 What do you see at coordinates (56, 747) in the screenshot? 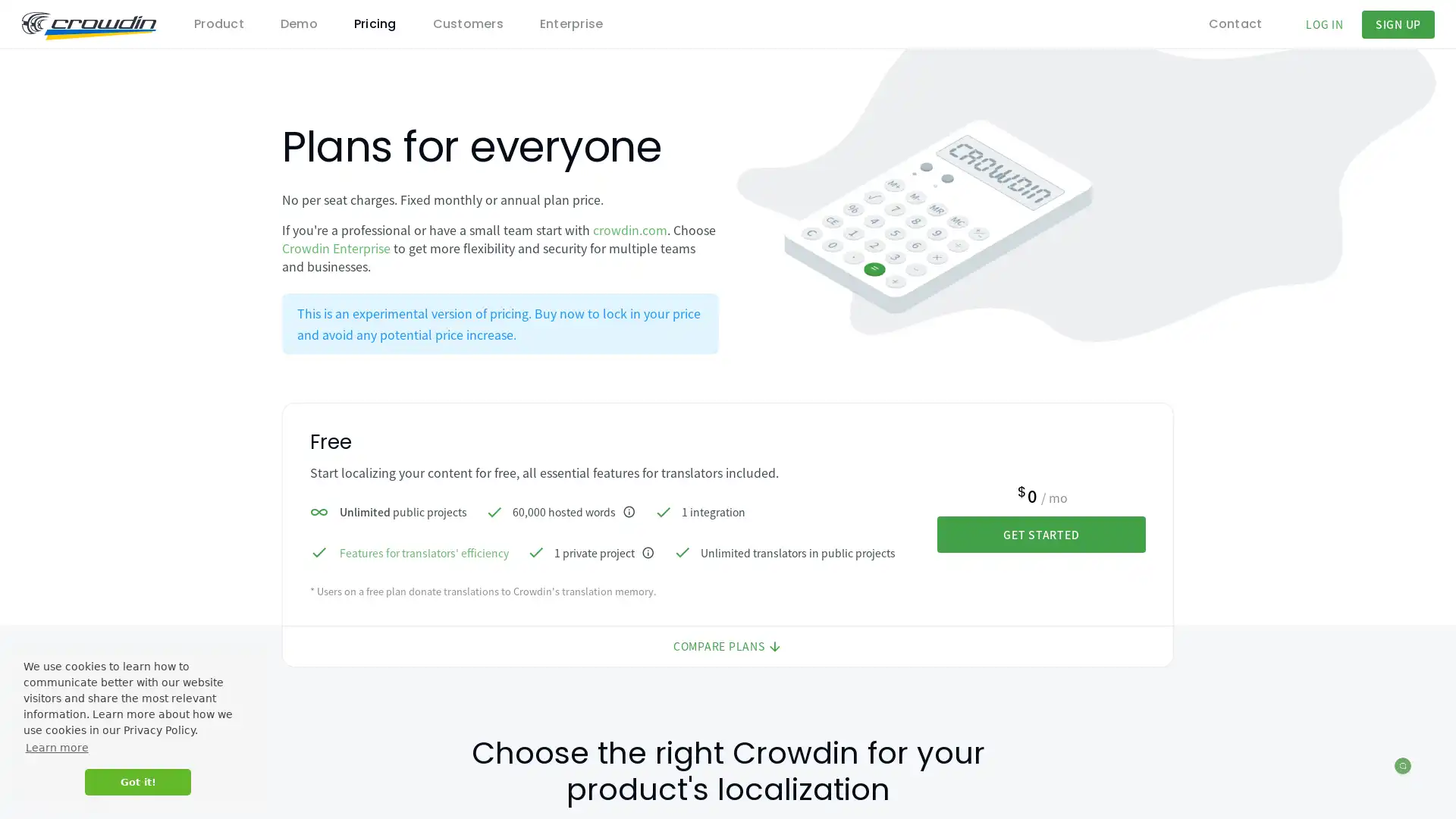
I see `learn more about cookies` at bounding box center [56, 747].